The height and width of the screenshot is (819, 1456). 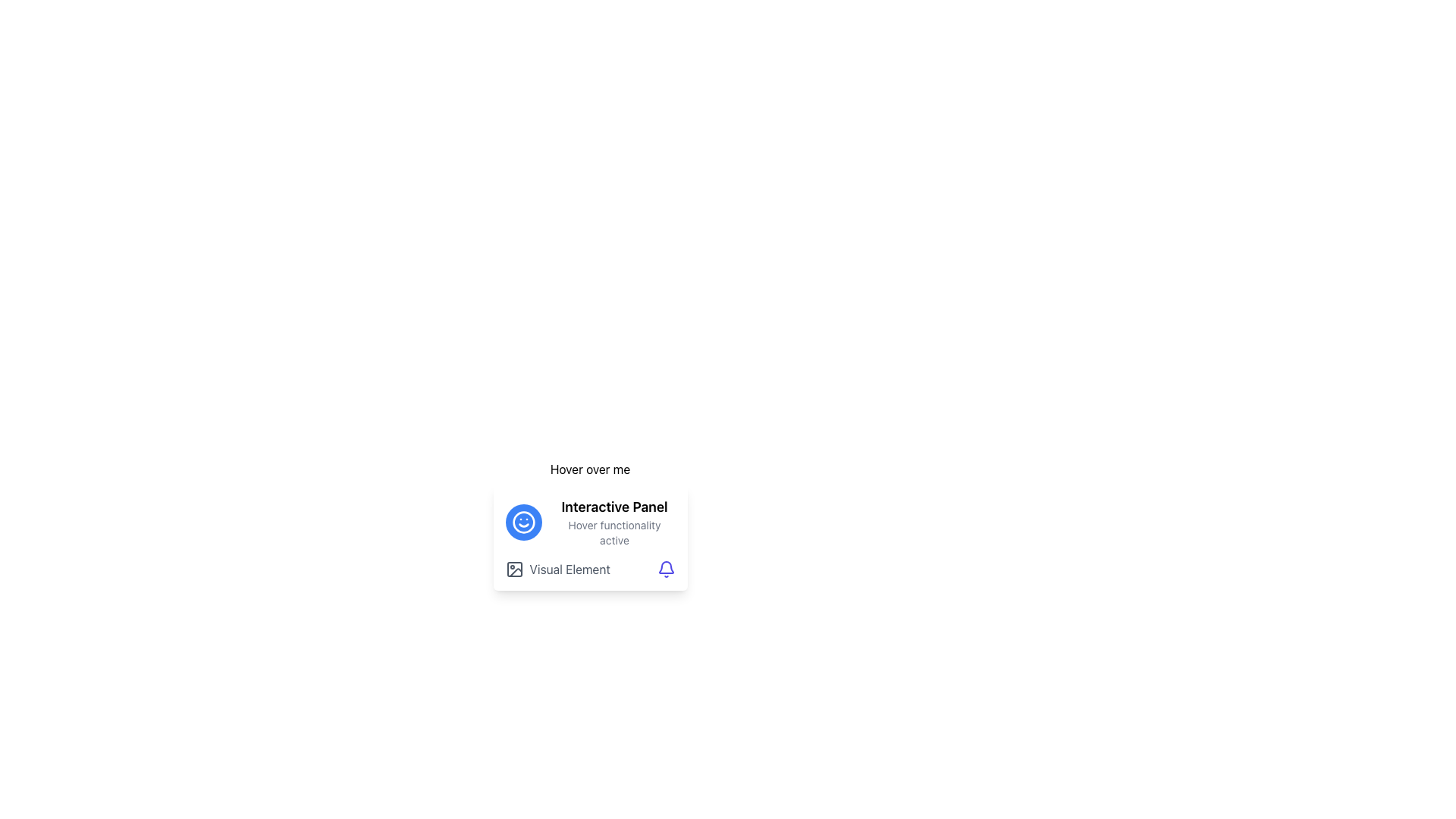 I want to click on the label with the text 'Visual Element' which is accompanied by an image icon on the left and a bell icon on the right, located in the 'Interactive Panel' beneath the subtitle 'Hover functionality active', so click(x=589, y=570).